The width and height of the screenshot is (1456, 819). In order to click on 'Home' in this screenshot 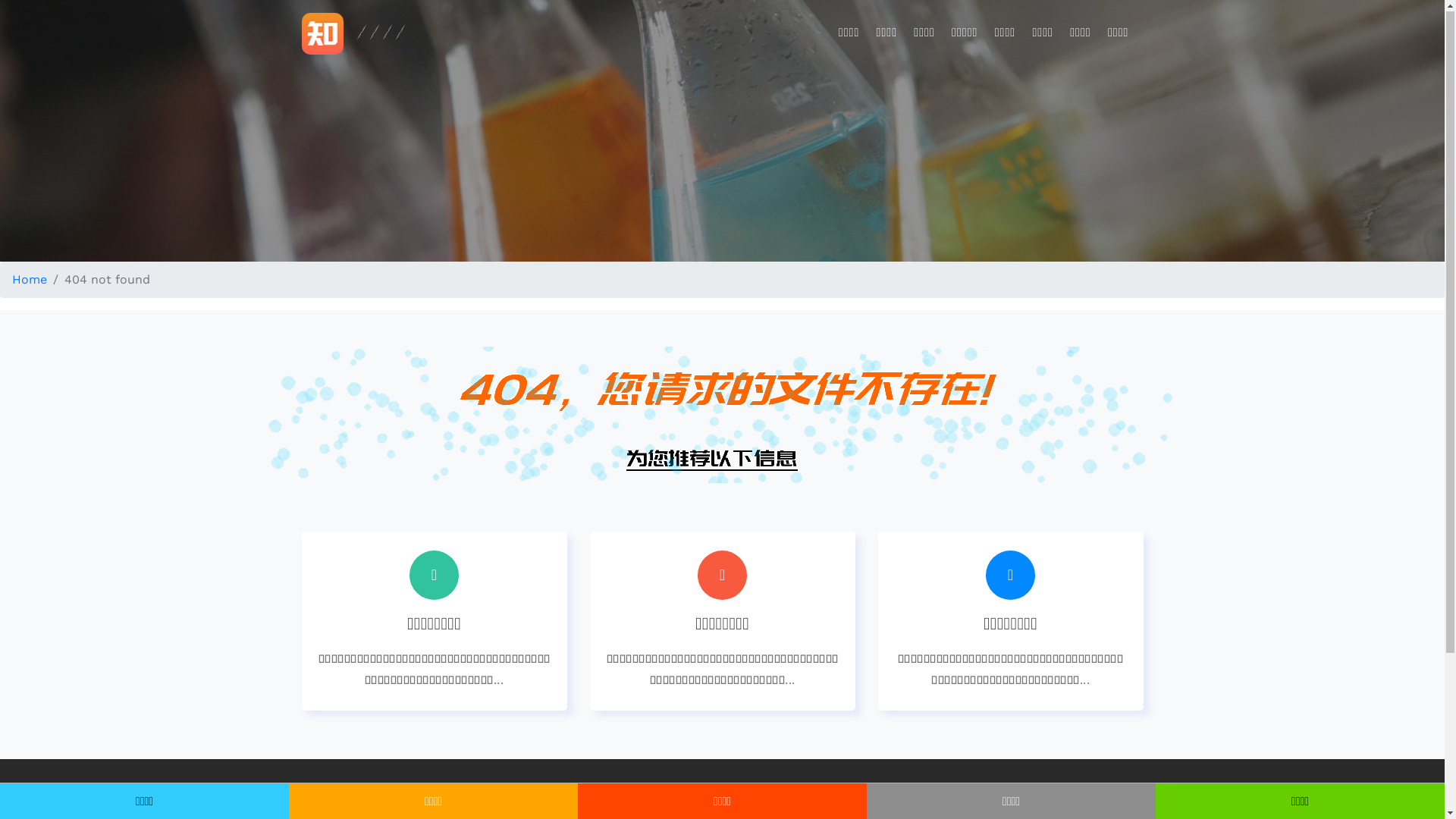, I will do `click(29, 280)`.